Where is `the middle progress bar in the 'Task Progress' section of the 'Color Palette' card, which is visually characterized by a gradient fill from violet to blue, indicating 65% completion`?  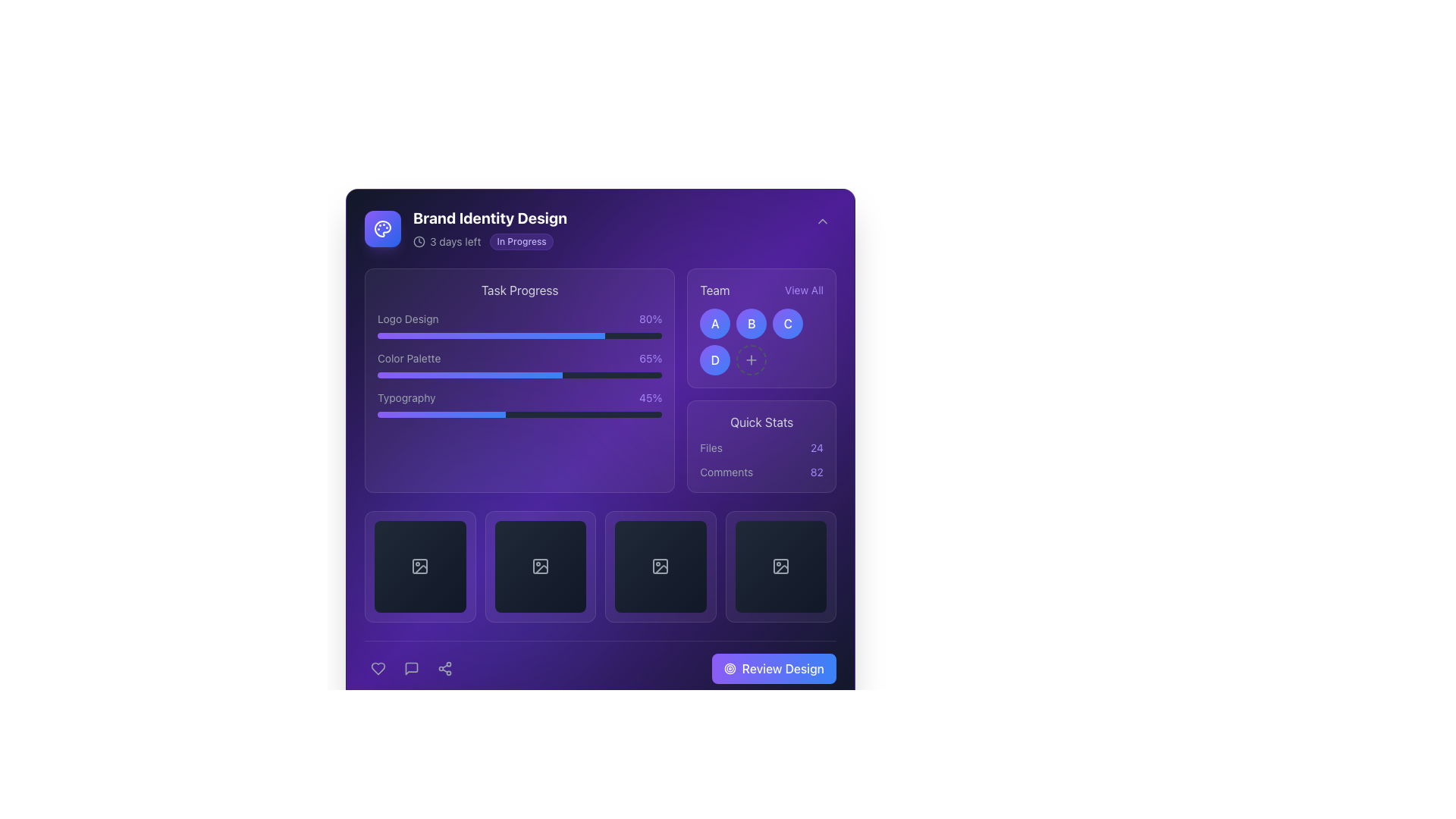
the middle progress bar in the 'Task Progress' section of the 'Color Palette' card, which is visually characterized by a gradient fill from violet to blue, indicating 65% completion is located at coordinates (469, 375).